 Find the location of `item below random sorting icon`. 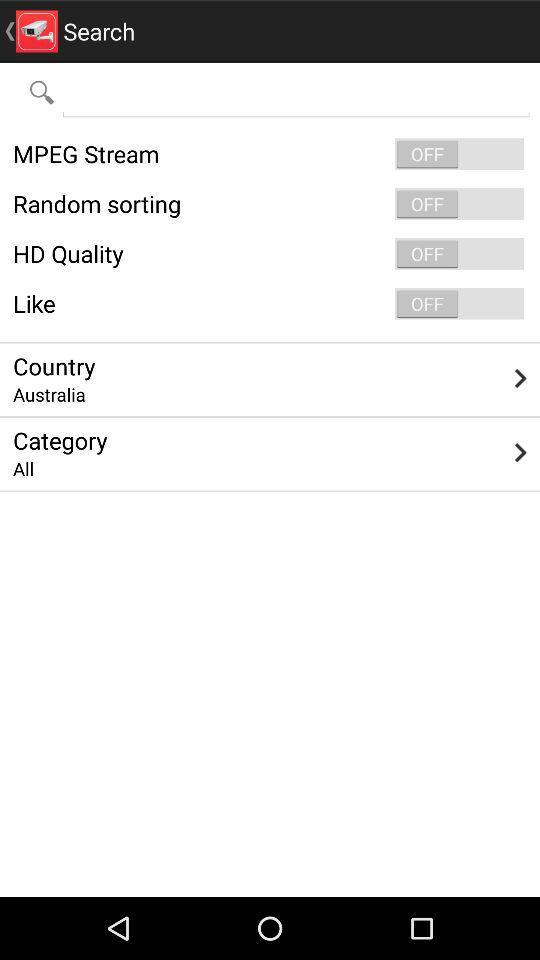

item below random sorting icon is located at coordinates (270, 252).